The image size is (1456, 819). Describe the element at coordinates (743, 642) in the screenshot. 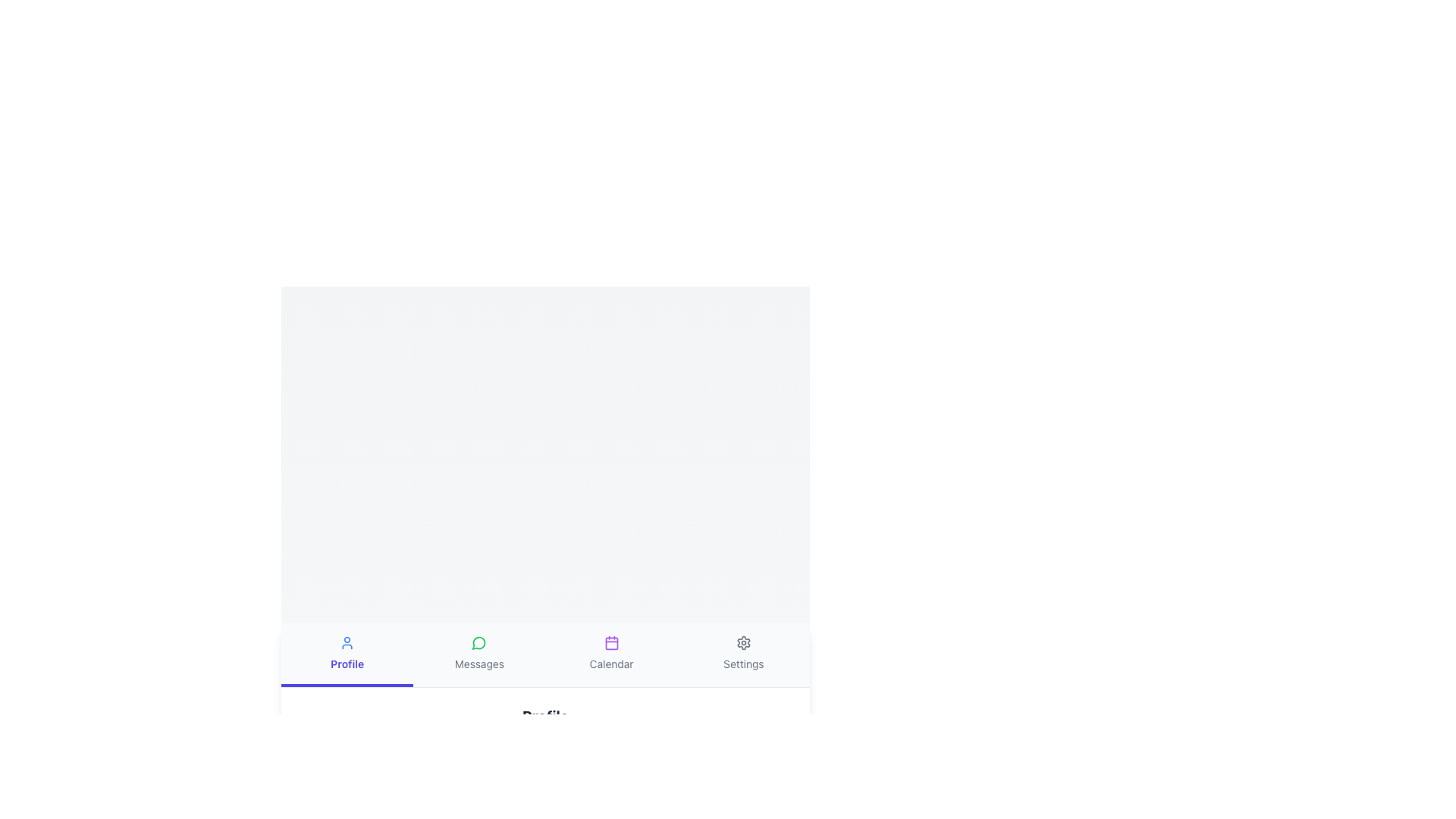

I see `the gear icon with a gray outline in the settings section of the bottom navigation bar` at that location.